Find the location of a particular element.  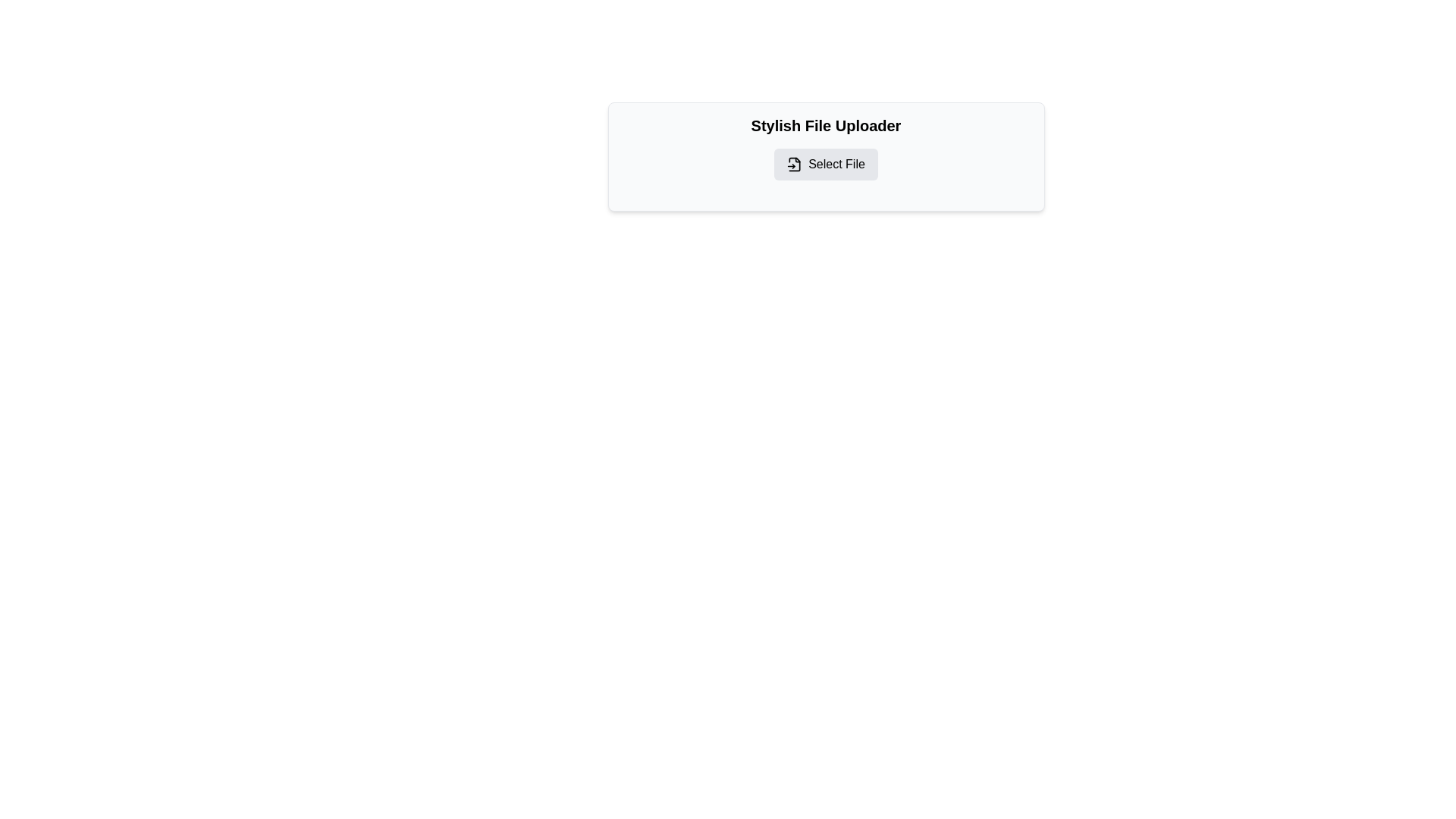

the file selection icon located to the left of the 'Select File' text within the gray rectangular button with a dashed border is located at coordinates (794, 164).